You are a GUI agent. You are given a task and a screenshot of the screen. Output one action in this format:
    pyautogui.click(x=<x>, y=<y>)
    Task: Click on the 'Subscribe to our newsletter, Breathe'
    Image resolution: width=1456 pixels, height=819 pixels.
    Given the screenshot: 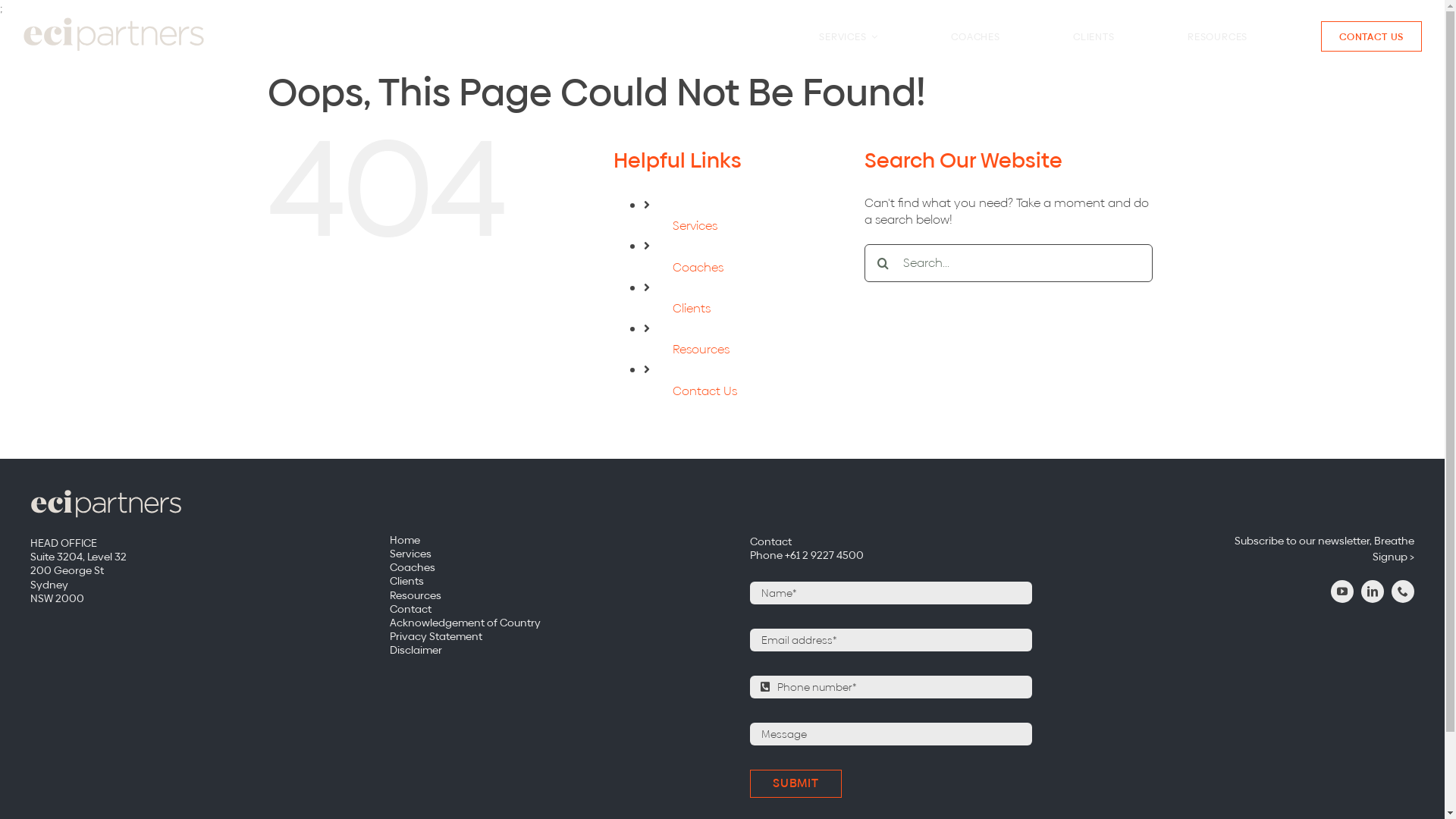 What is the action you would take?
    pyautogui.click(x=1262, y=540)
    